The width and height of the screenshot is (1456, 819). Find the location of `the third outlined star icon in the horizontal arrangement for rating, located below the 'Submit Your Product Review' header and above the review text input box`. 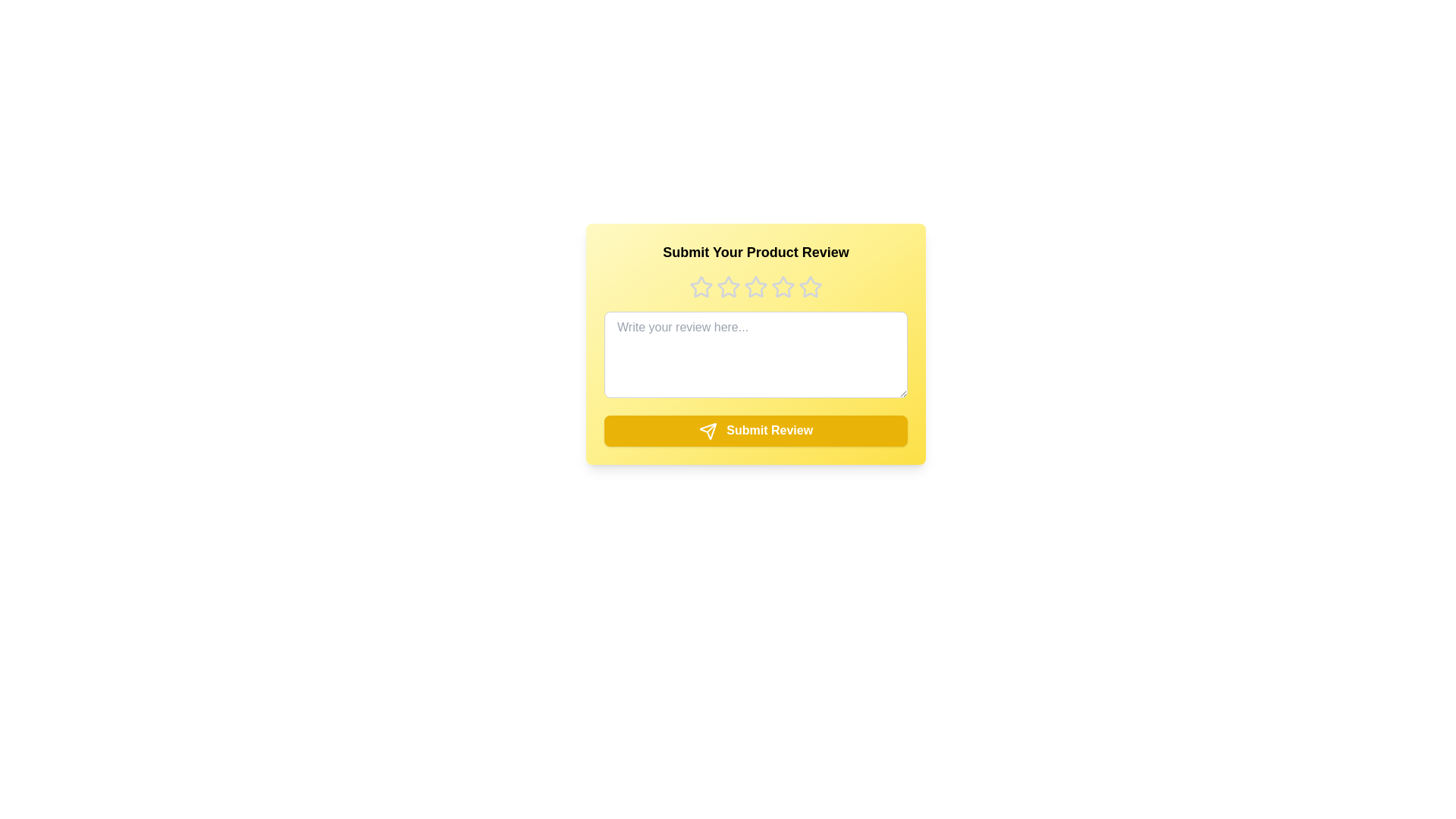

the third outlined star icon in the horizontal arrangement for rating, located below the 'Submit Your Product Review' header and above the review text input box is located at coordinates (756, 287).